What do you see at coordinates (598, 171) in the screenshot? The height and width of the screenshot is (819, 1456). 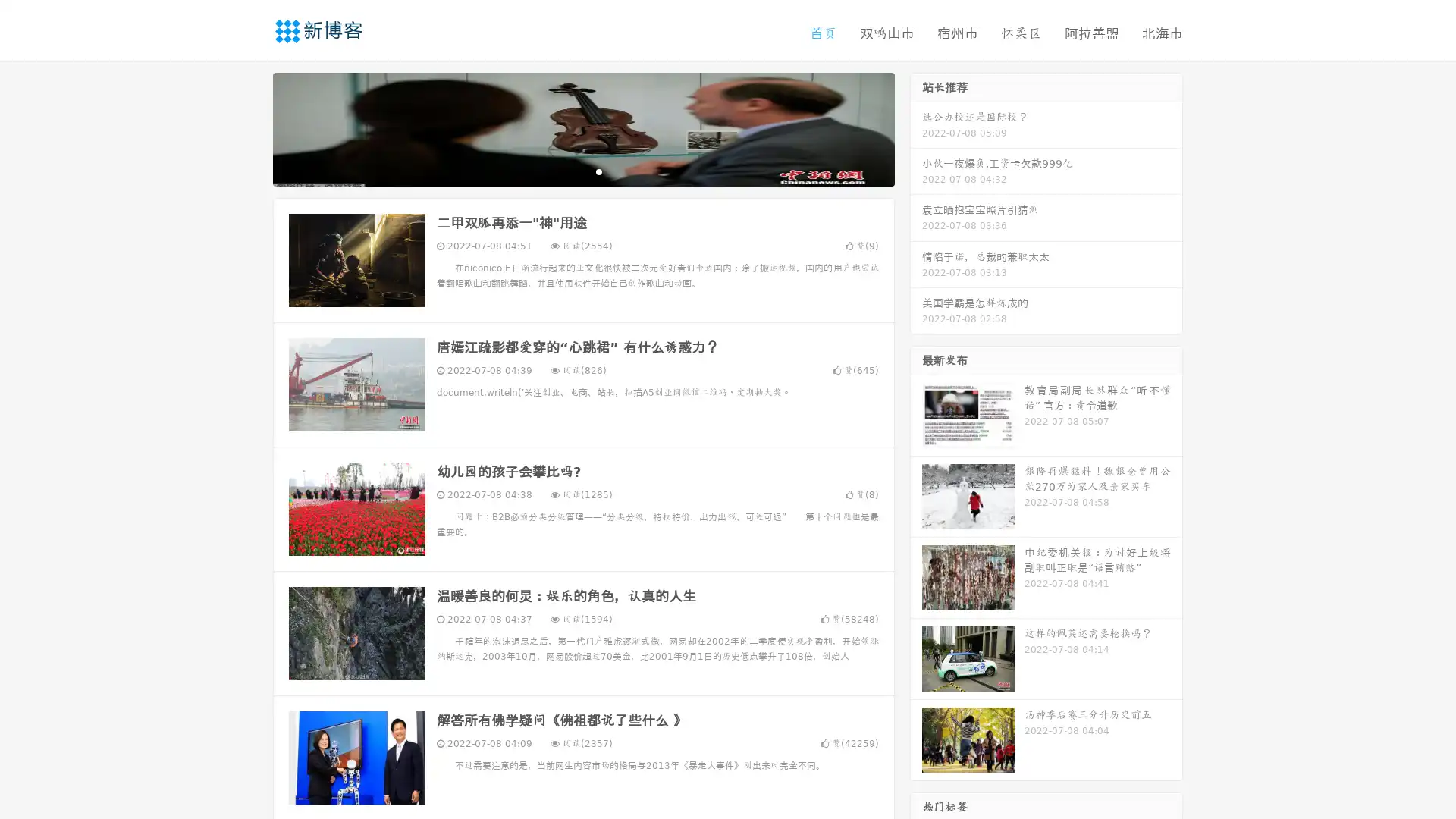 I see `Go to slide 3` at bounding box center [598, 171].